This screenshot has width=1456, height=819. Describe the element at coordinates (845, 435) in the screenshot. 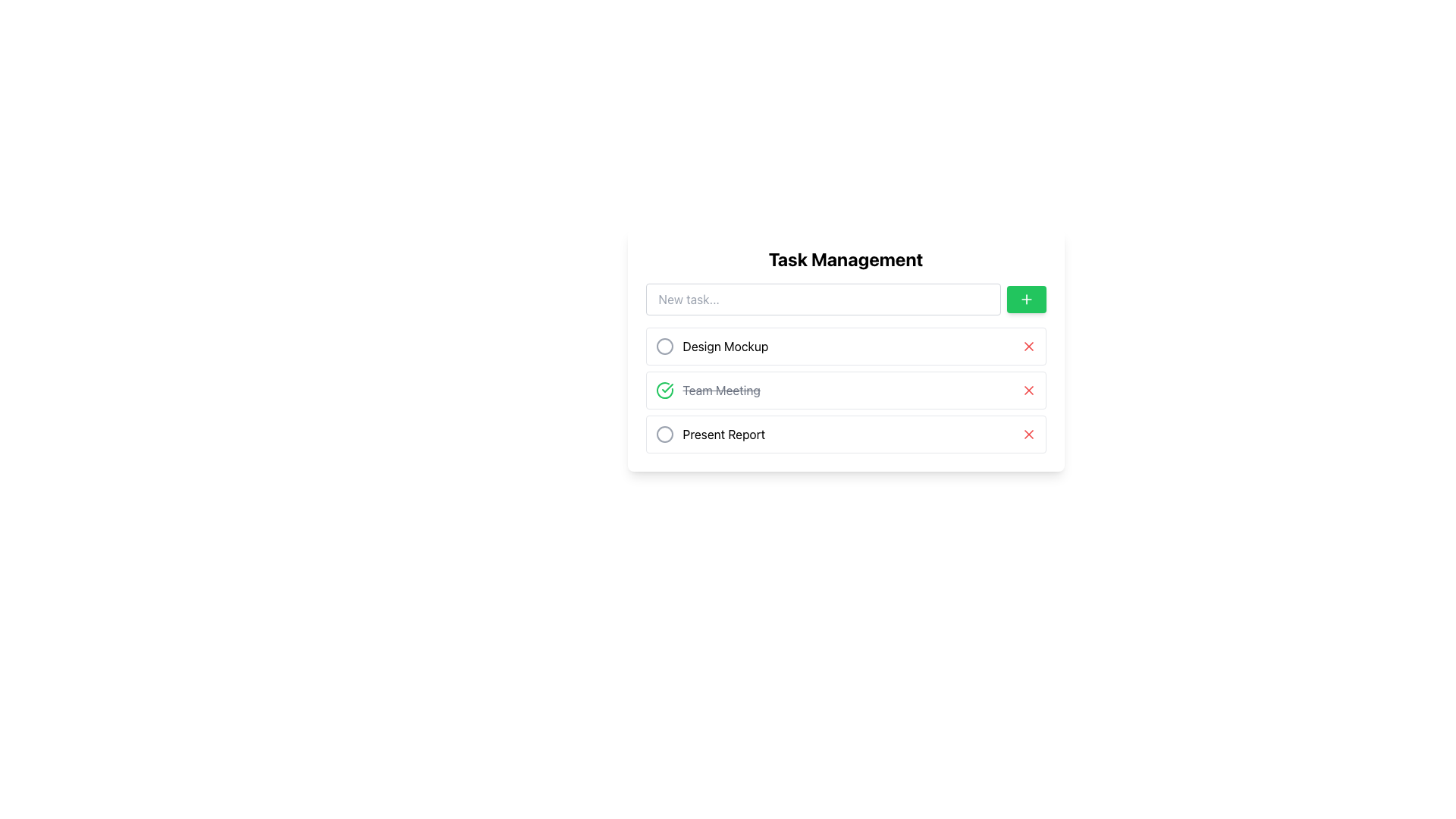

I see `the third Interactive Task Item in the task list` at that location.